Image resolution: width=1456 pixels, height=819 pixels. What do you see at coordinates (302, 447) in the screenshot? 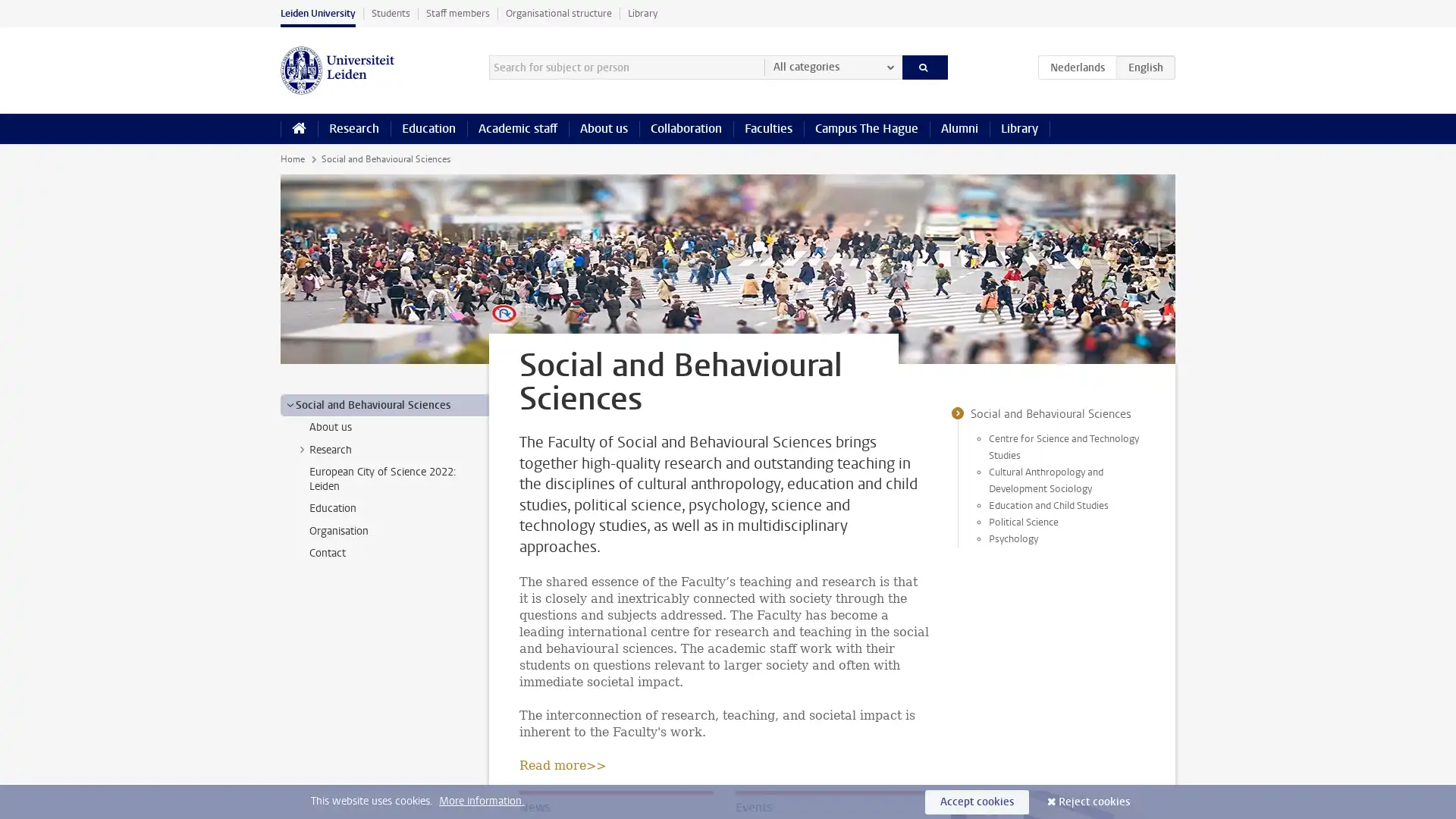
I see `>` at bounding box center [302, 447].